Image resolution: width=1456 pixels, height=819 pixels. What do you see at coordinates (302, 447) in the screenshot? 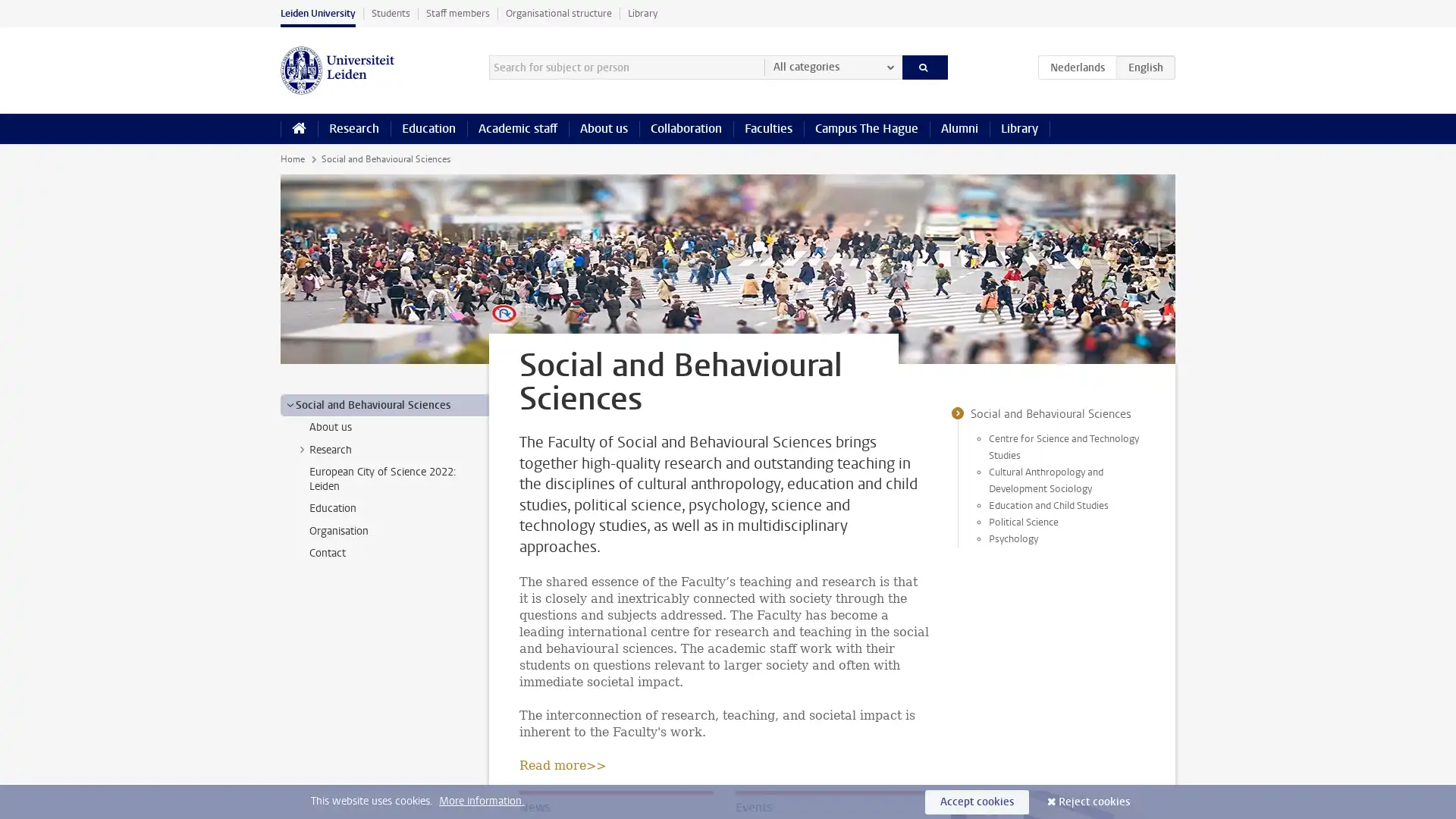
I see `>` at bounding box center [302, 447].